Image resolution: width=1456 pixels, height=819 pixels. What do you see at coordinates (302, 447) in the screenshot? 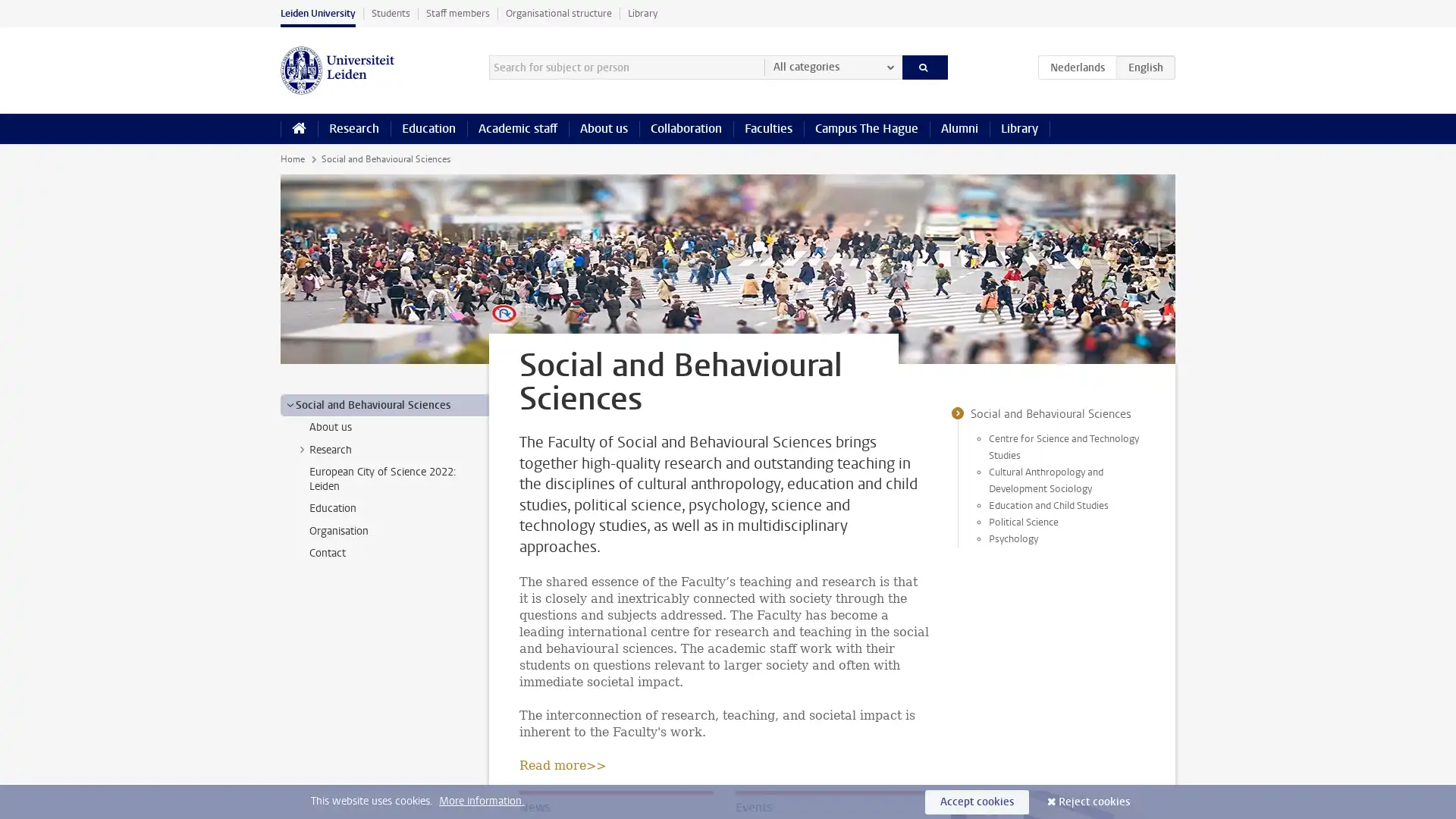
I see `>` at bounding box center [302, 447].